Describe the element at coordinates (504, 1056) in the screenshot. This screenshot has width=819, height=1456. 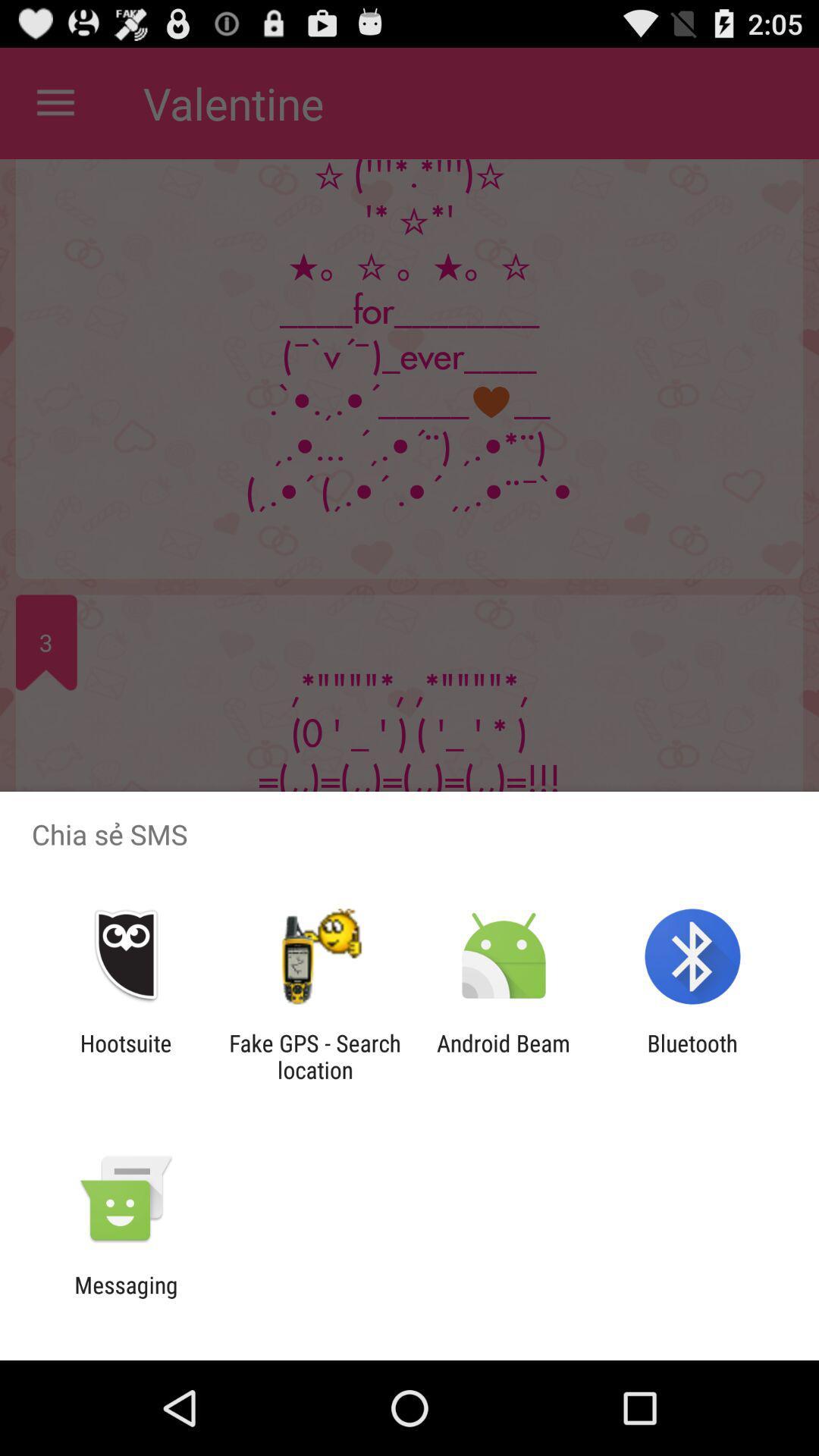
I see `app next to fake gps search icon` at that location.